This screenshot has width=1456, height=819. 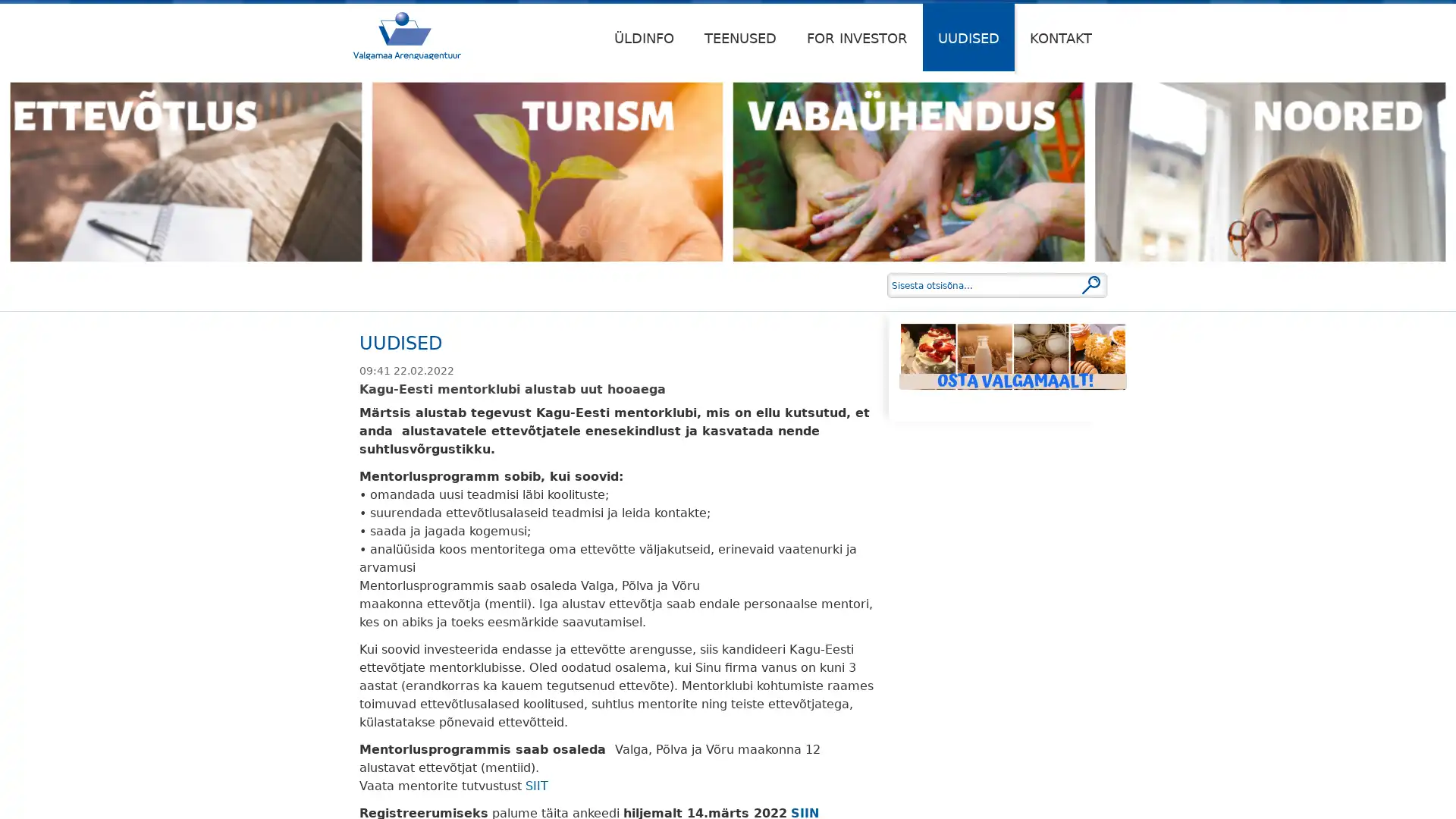 I want to click on Otsi, so click(x=1090, y=284).